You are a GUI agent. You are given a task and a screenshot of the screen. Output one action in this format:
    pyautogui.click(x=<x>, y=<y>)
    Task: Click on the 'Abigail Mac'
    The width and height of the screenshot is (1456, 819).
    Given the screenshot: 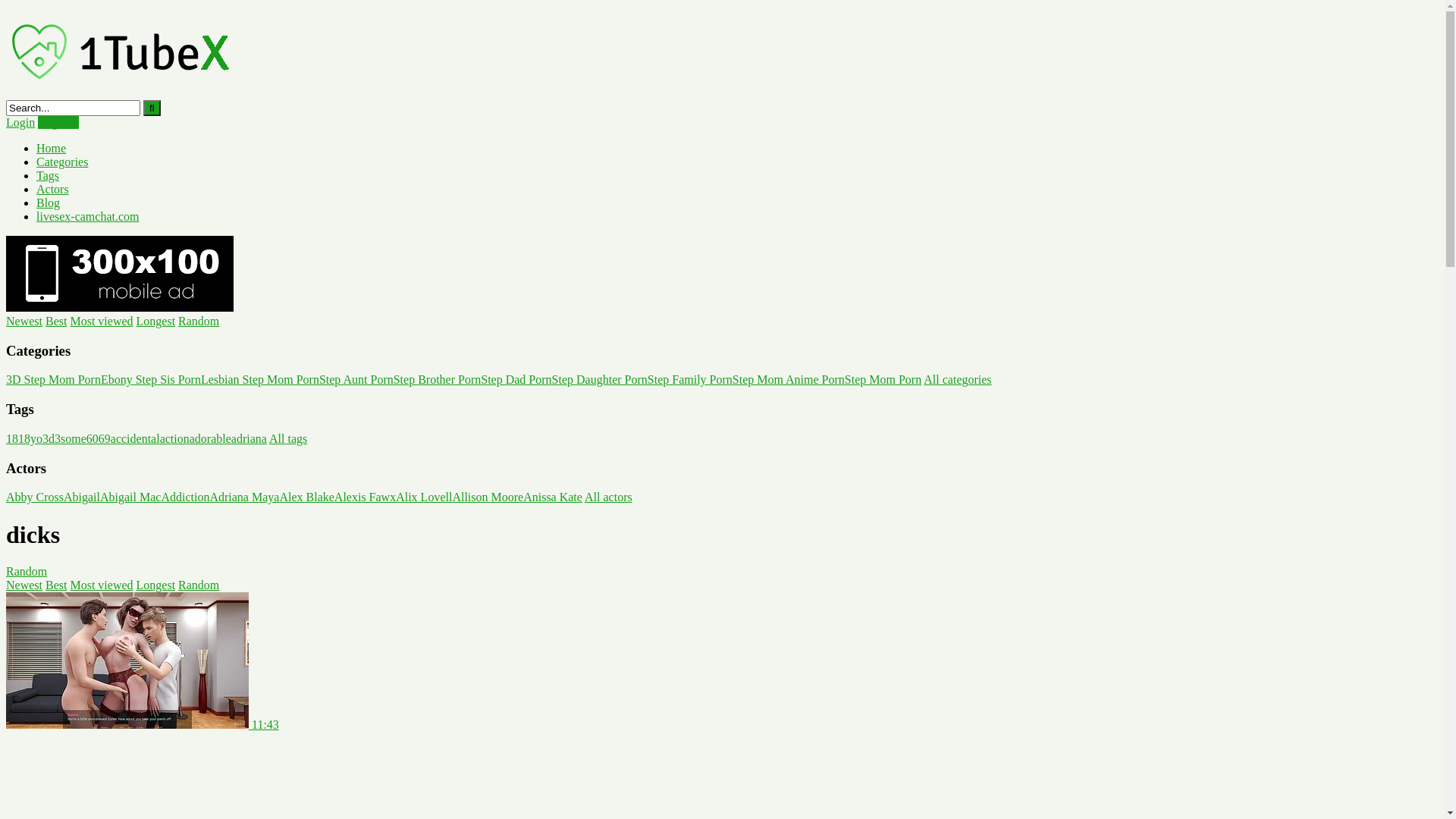 What is the action you would take?
    pyautogui.click(x=130, y=497)
    